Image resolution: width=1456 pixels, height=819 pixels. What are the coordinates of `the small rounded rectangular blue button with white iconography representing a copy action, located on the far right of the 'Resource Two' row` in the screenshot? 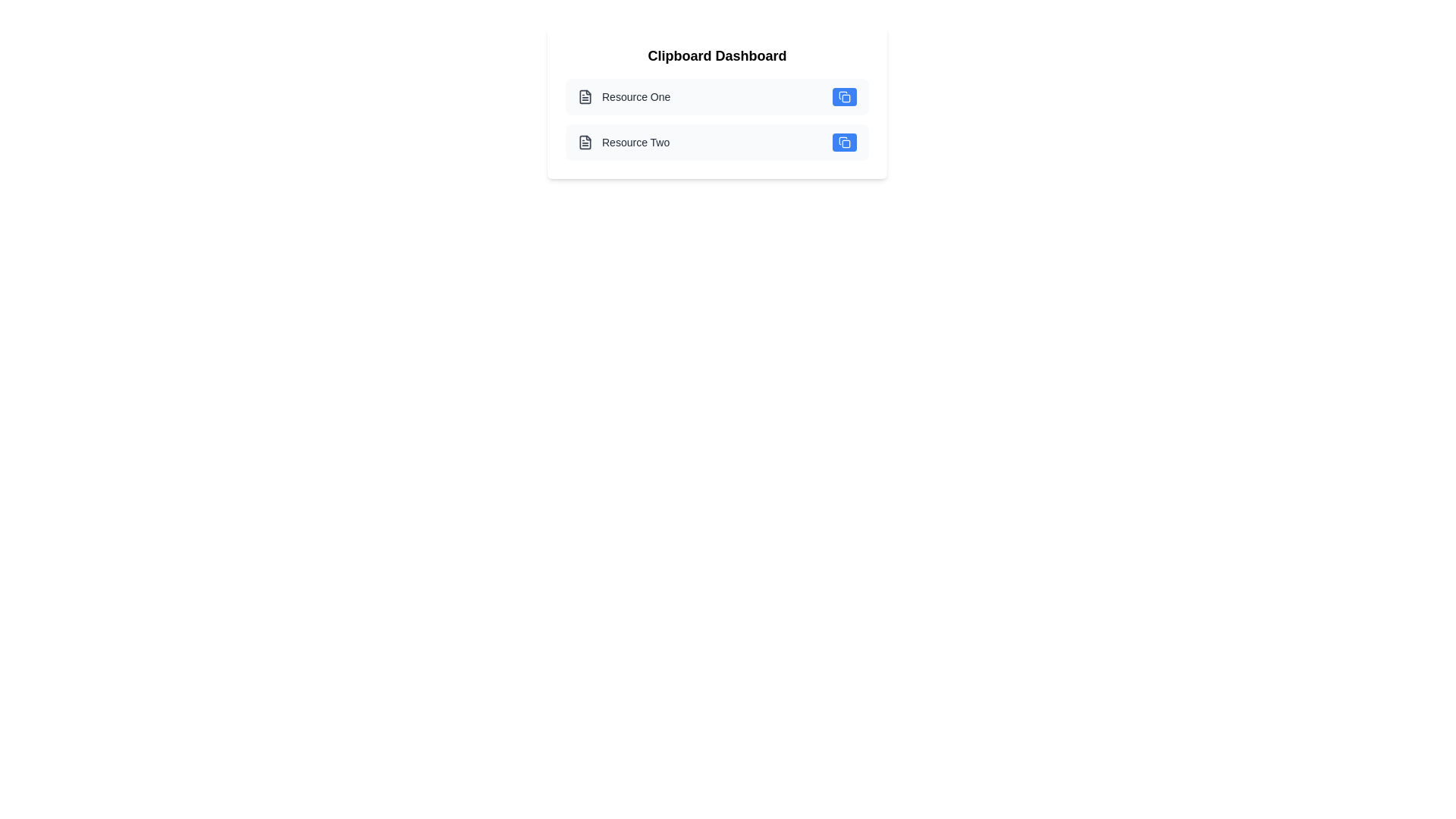 It's located at (843, 143).